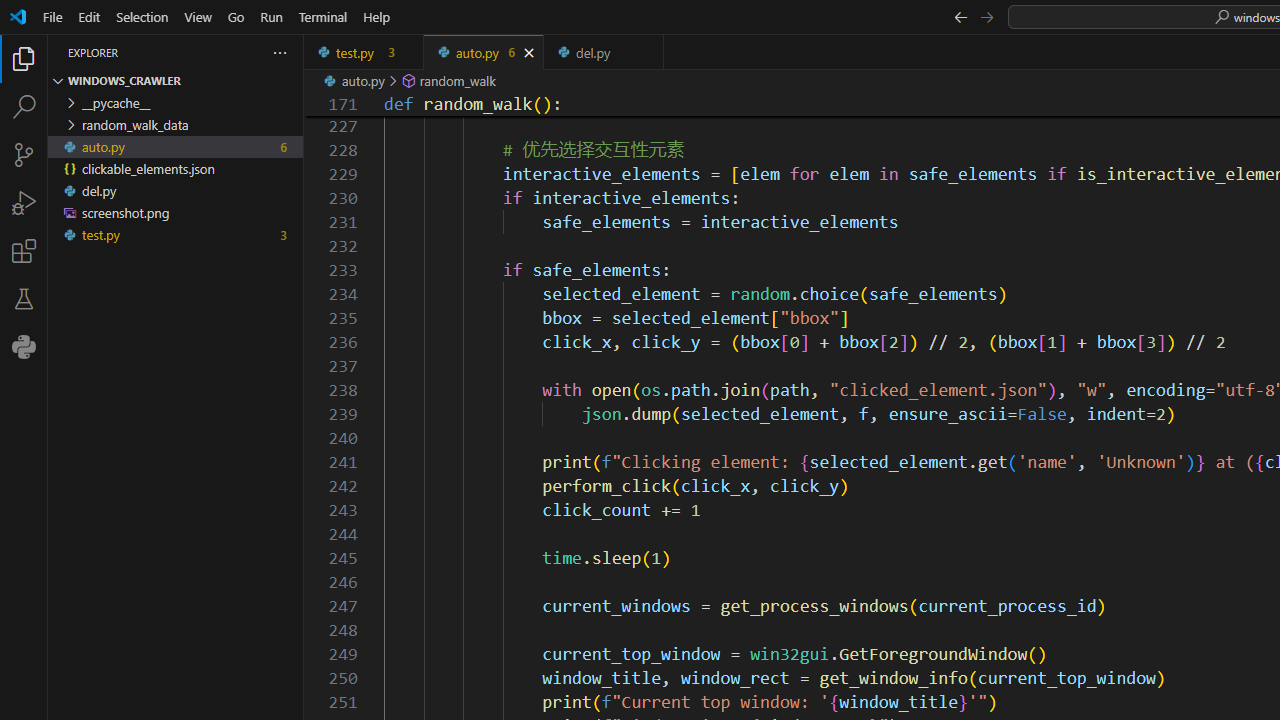  What do you see at coordinates (24, 106) in the screenshot?
I see `'Search (Ctrl+Shift+F)'` at bounding box center [24, 106].